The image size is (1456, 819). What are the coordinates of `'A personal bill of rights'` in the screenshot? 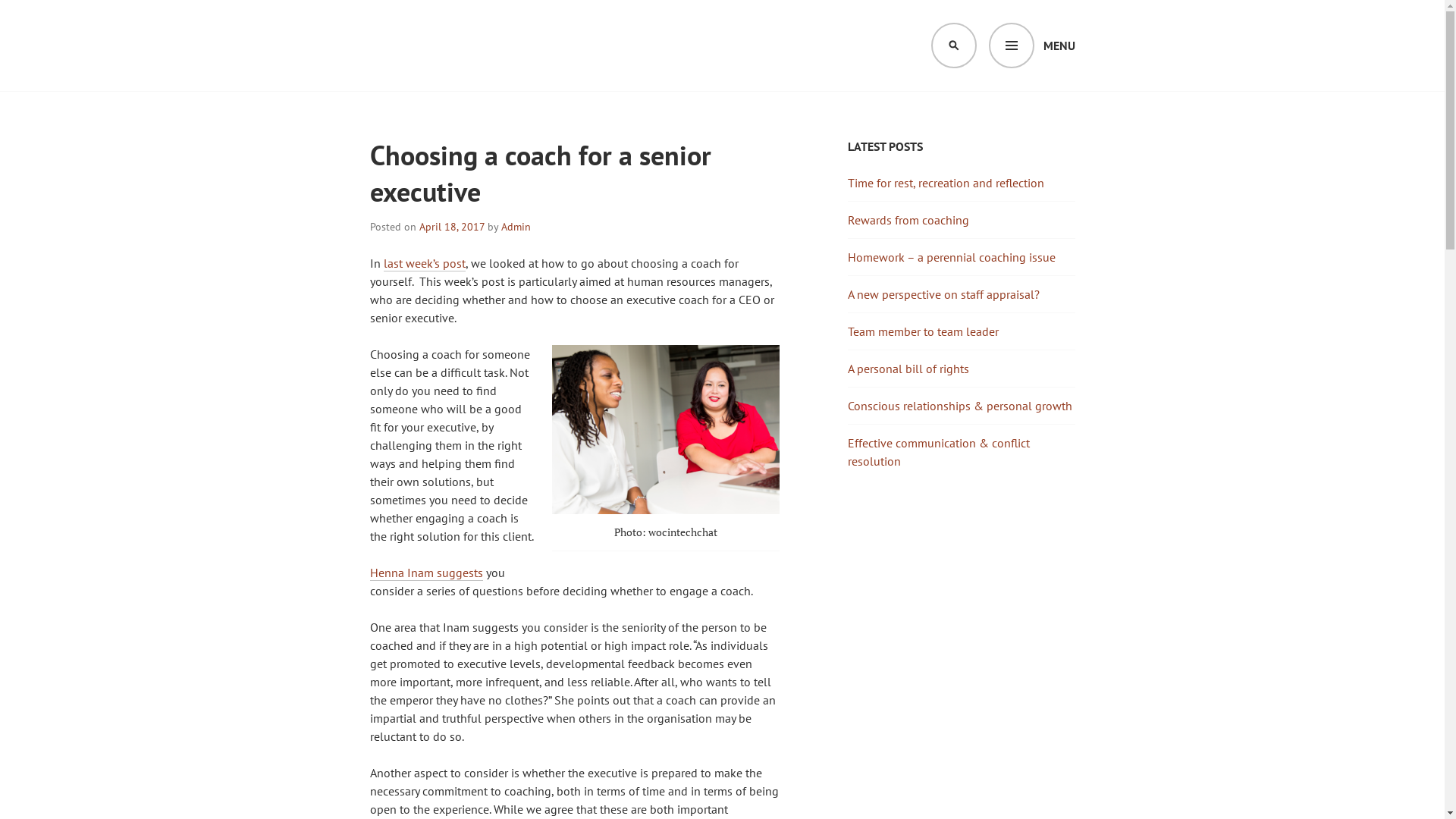 It's located at (908, 369).